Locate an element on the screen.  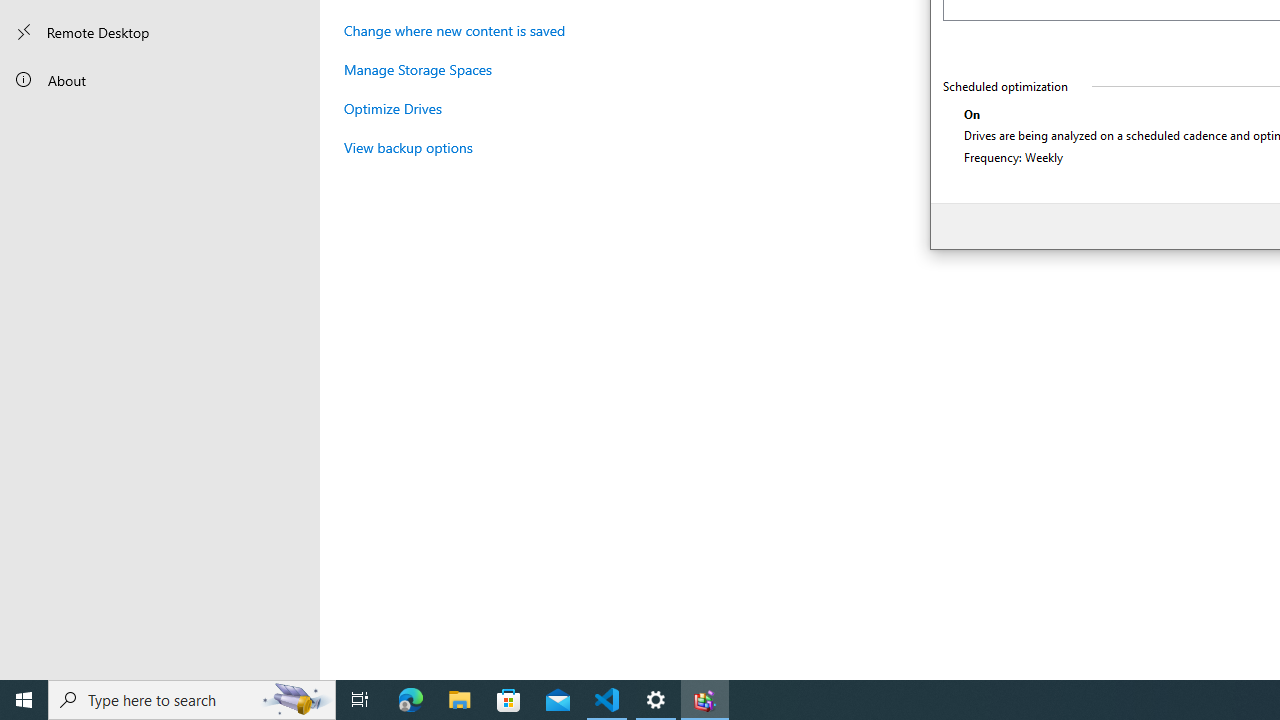
'Microsoft Edge' is located at coordinates (410, 698).